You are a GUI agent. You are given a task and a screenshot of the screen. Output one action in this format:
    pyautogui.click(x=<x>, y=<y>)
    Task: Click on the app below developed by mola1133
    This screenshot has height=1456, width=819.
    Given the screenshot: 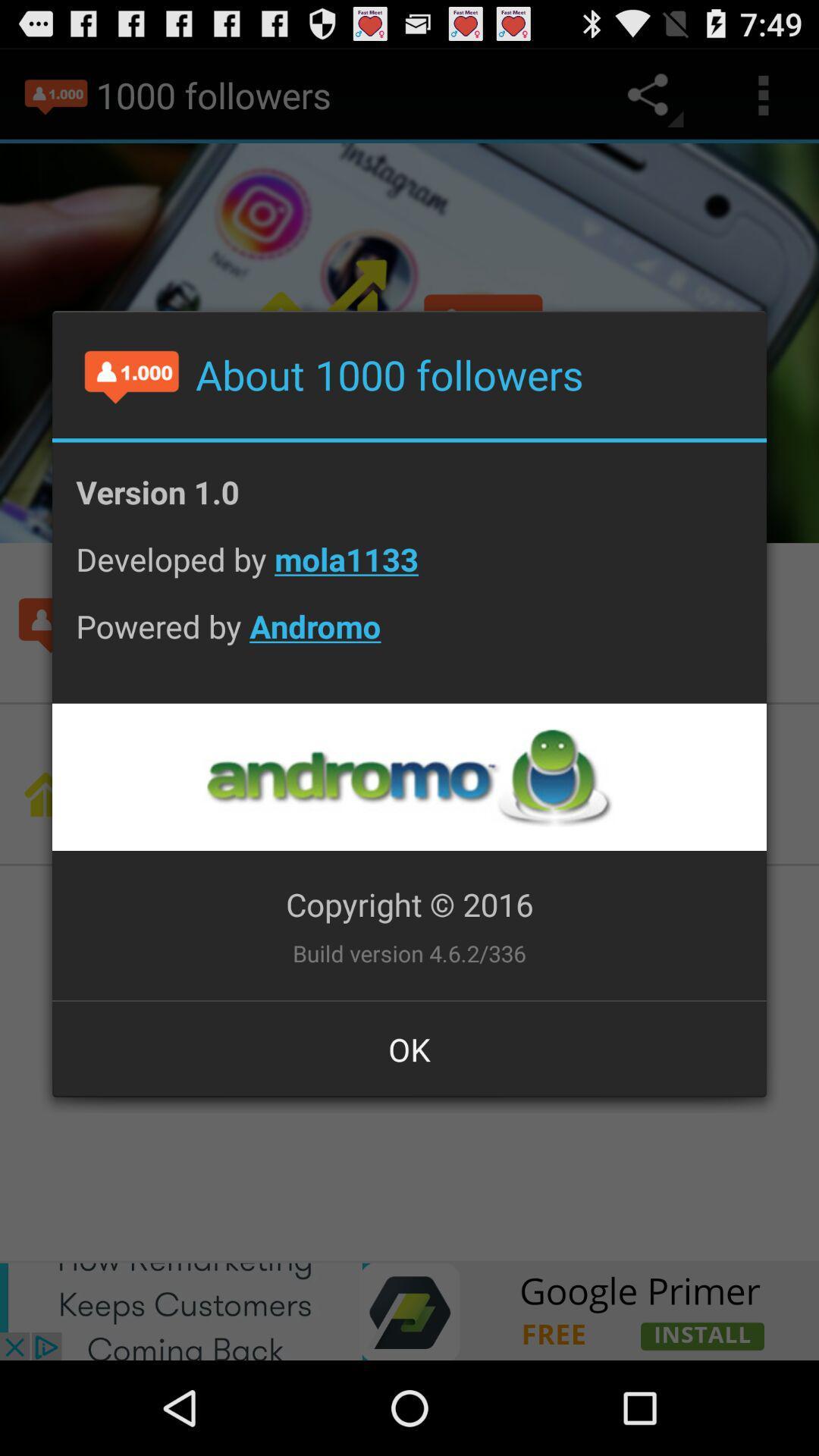 What is the action you would take?
    pyautogui.click(x=409, y=638)
    